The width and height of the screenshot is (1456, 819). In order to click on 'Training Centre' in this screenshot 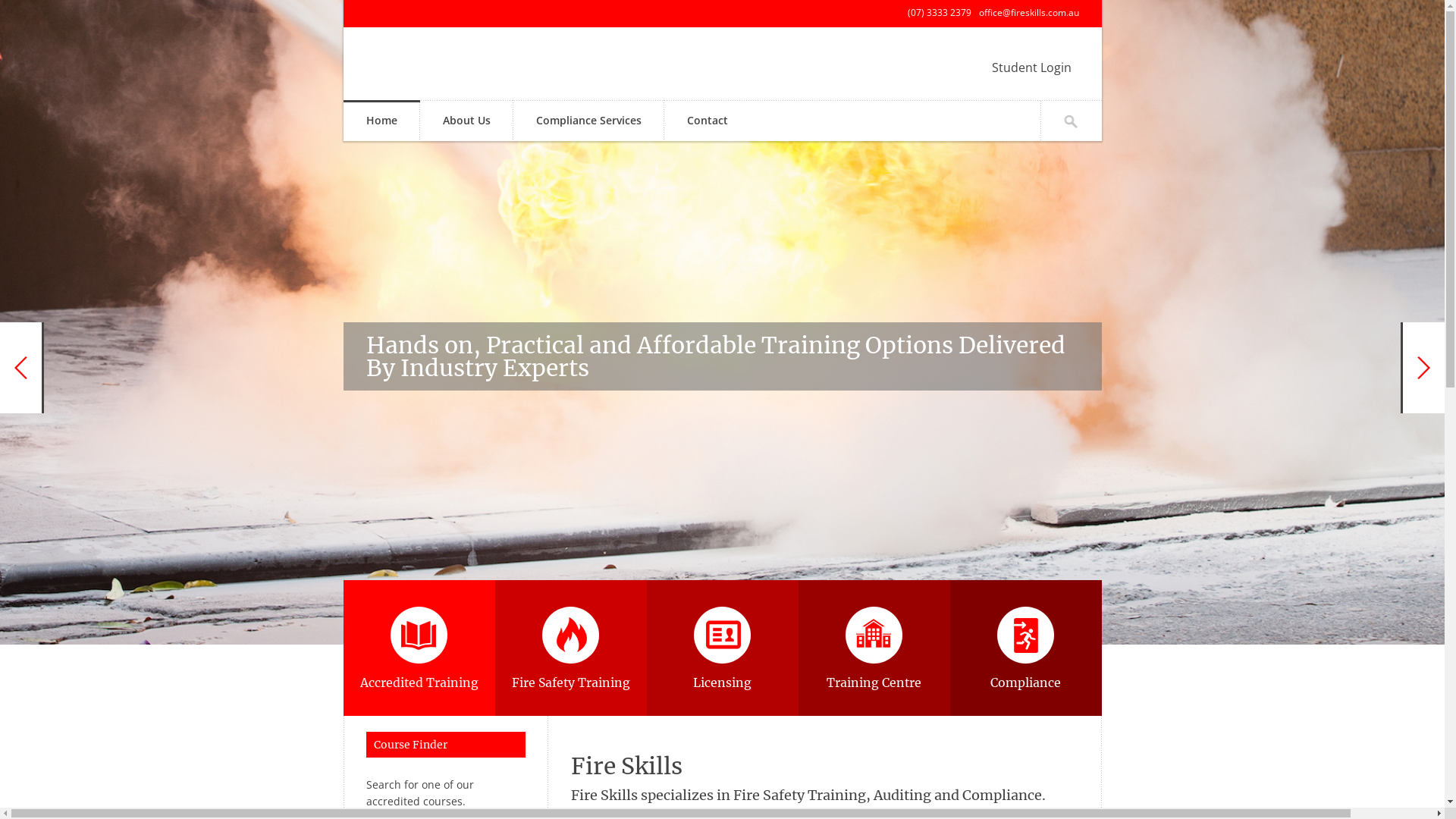, I will do `click(874, 648)`.